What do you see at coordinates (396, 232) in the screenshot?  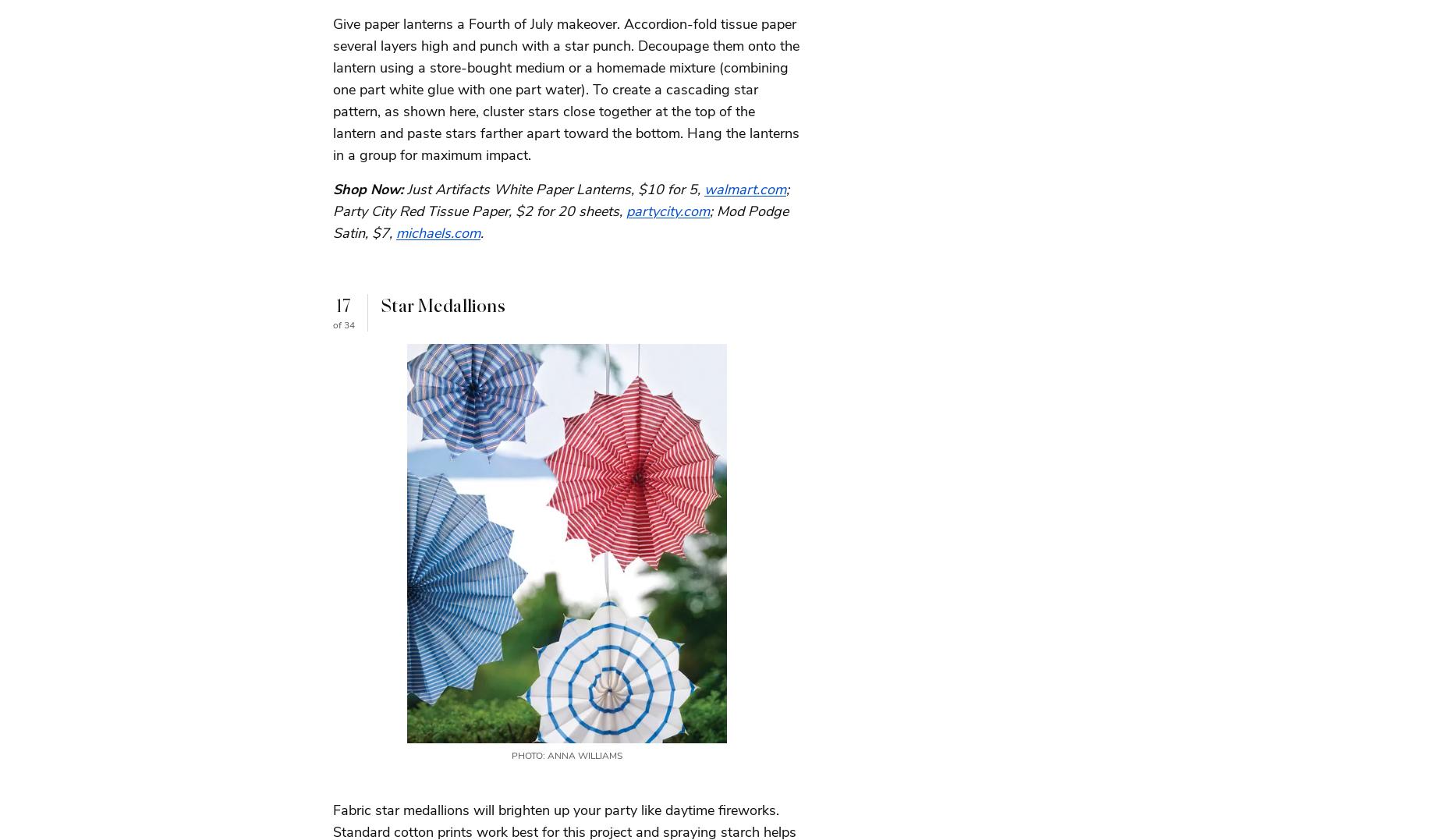 I see `'michaels.com'` at bounding box center [396, 232].